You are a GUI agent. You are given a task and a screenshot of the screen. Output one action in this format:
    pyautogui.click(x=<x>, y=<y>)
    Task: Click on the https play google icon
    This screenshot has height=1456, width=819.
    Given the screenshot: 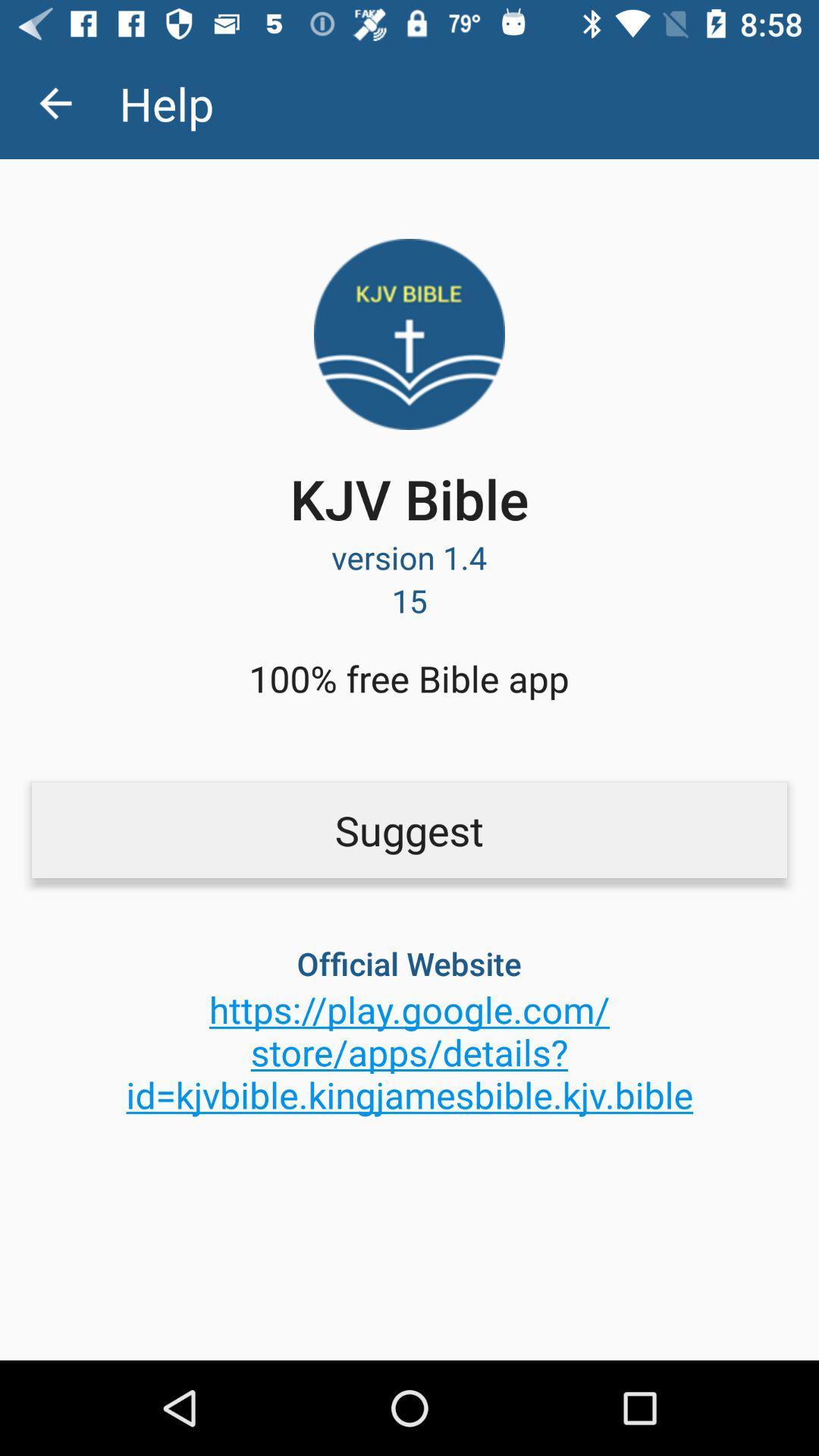 What is the action you would take?
    pyautogui.click(x=409, y=1051)
    